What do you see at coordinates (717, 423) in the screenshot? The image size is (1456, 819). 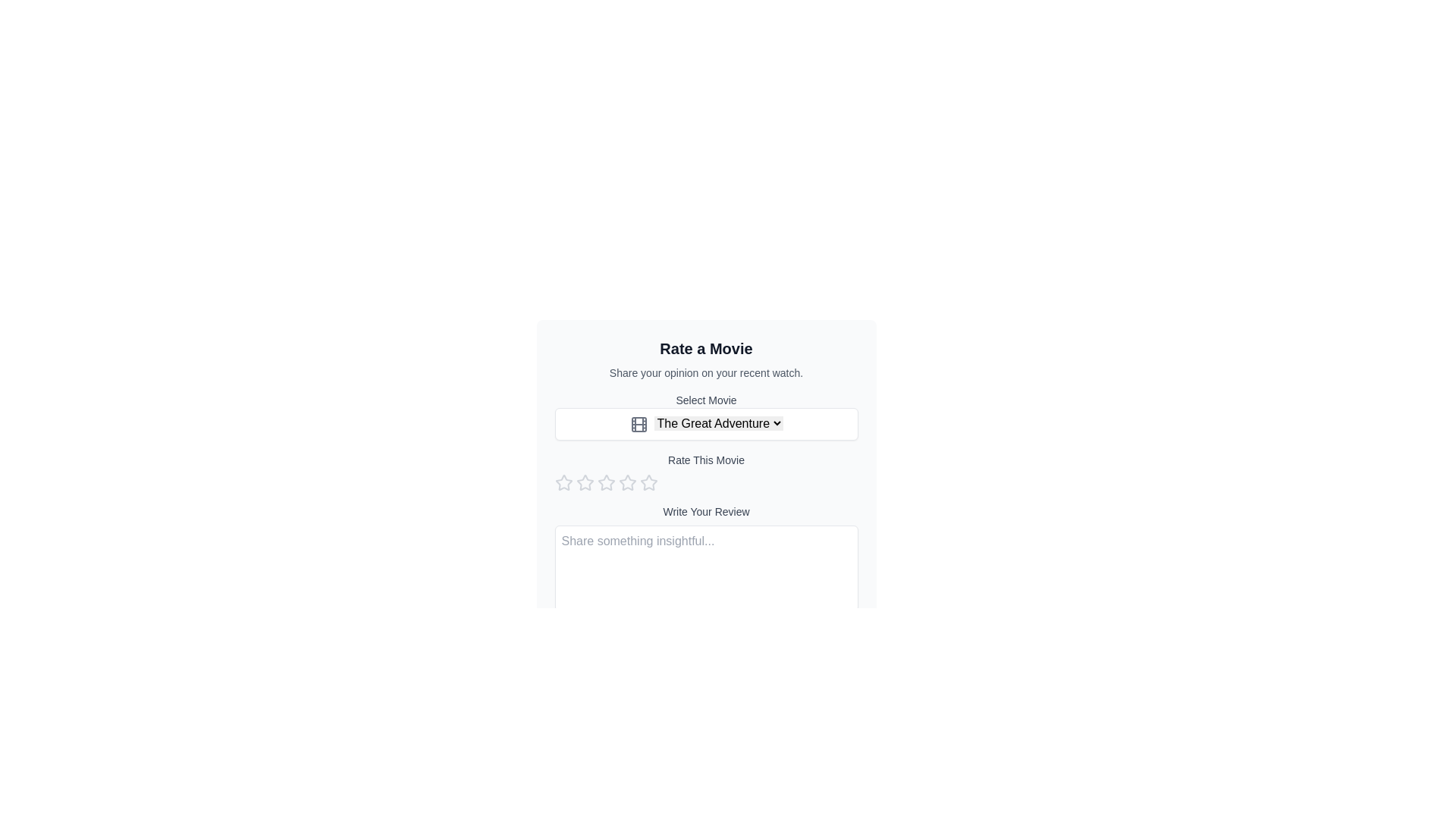 I see `the dropdown menu located centrally in the interface, which allows users` at bounding box center [717, 423].